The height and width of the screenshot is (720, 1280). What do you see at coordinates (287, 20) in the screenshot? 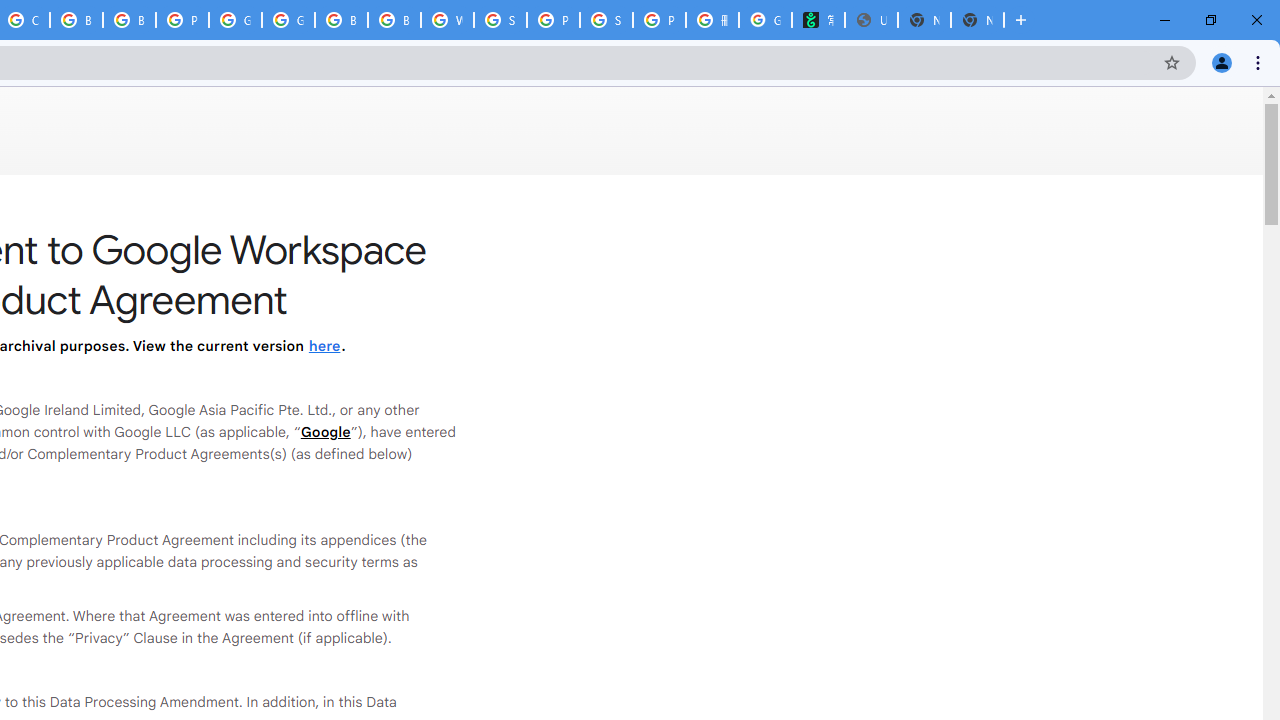
I see `'Google Cloud Platform'` at bounding box center [287, 20].